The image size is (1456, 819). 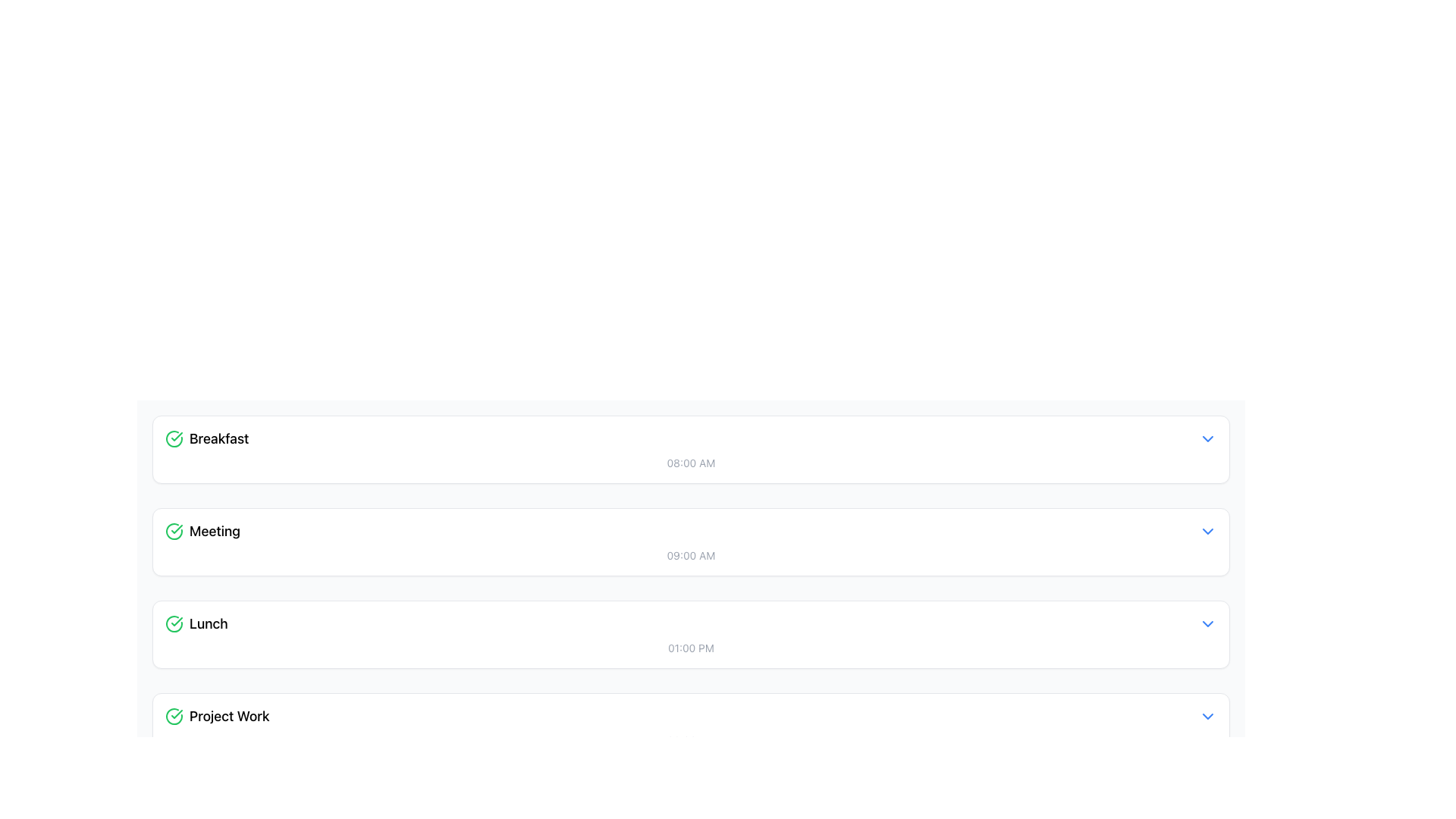 What do you see at coordinates (174, 717) in the screenshot?
I see `the status indicator icon for the 'Project Work' task, which is located at the leftmost part of the horizontal layout containing the text 'Project Work'` at bounding box center [174, 717].